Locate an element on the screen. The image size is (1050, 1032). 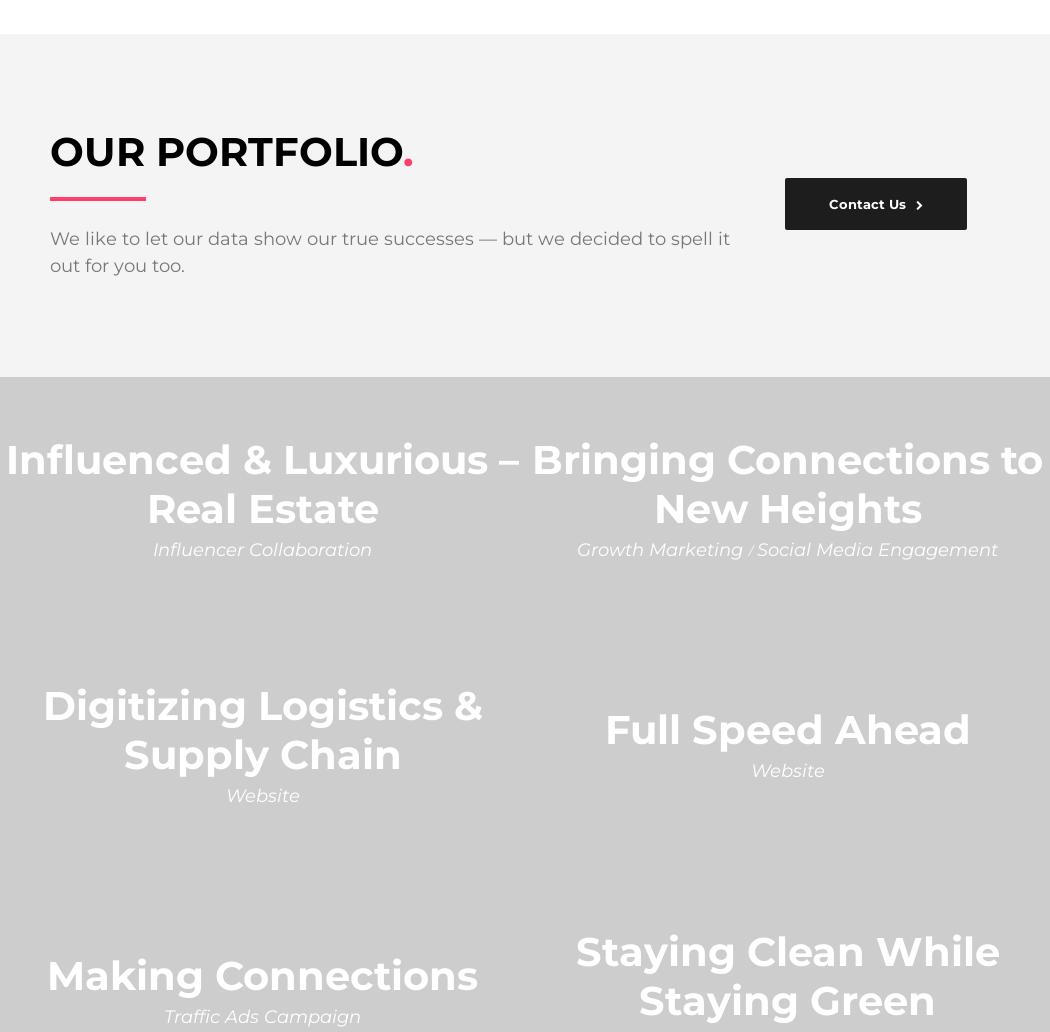
'Full Speed Ahead' is located at coordinates (786, 728).